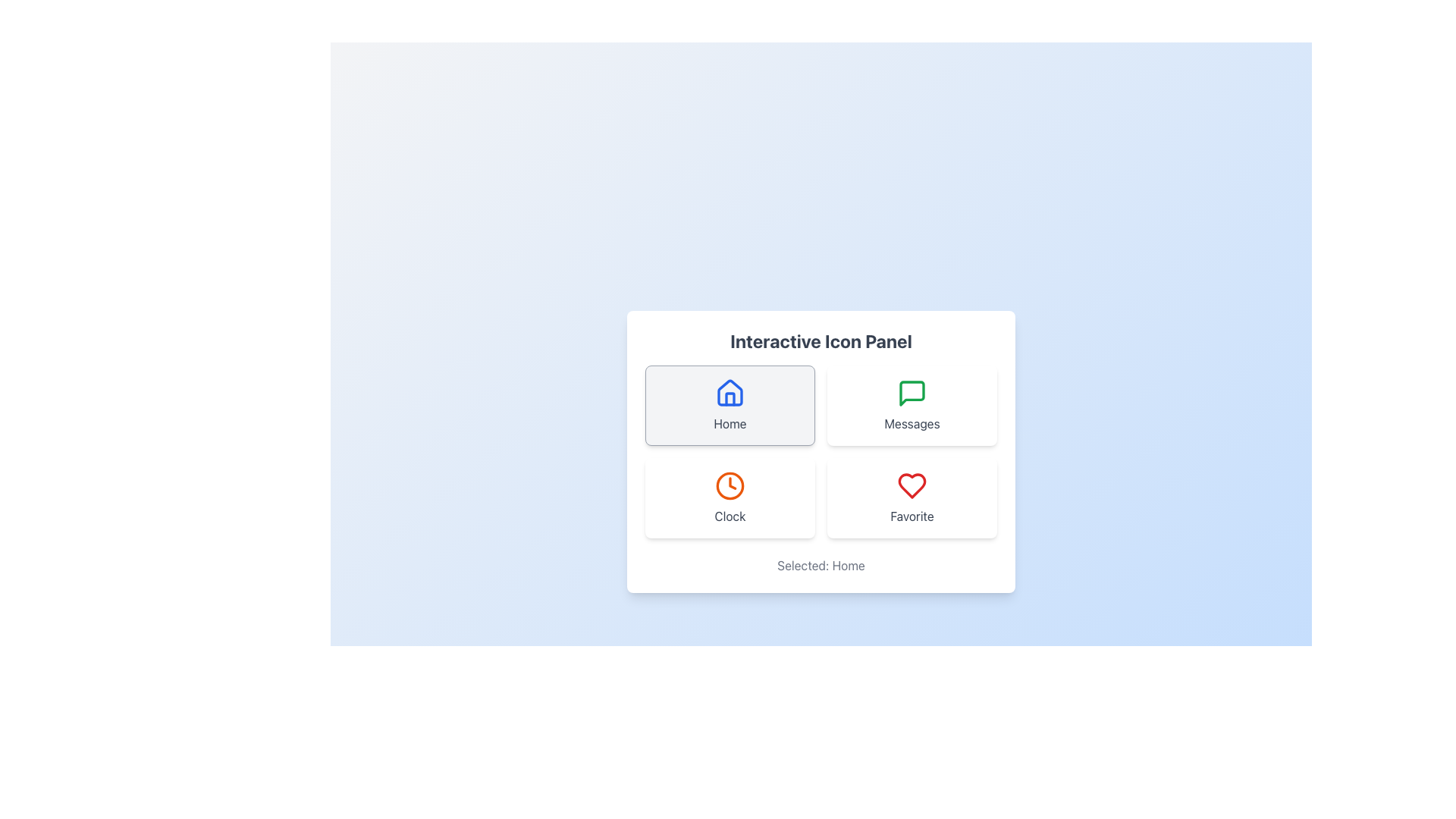 Image resolution: width=1456 pixels, height=819 pixels. Describe the element at coordinates (912, 393) in the screenshot. I see `the messaging icon located in the 'Messages' group within the interactive icon panel, which is visually centered at the top of the 'Messages' section` at that location.